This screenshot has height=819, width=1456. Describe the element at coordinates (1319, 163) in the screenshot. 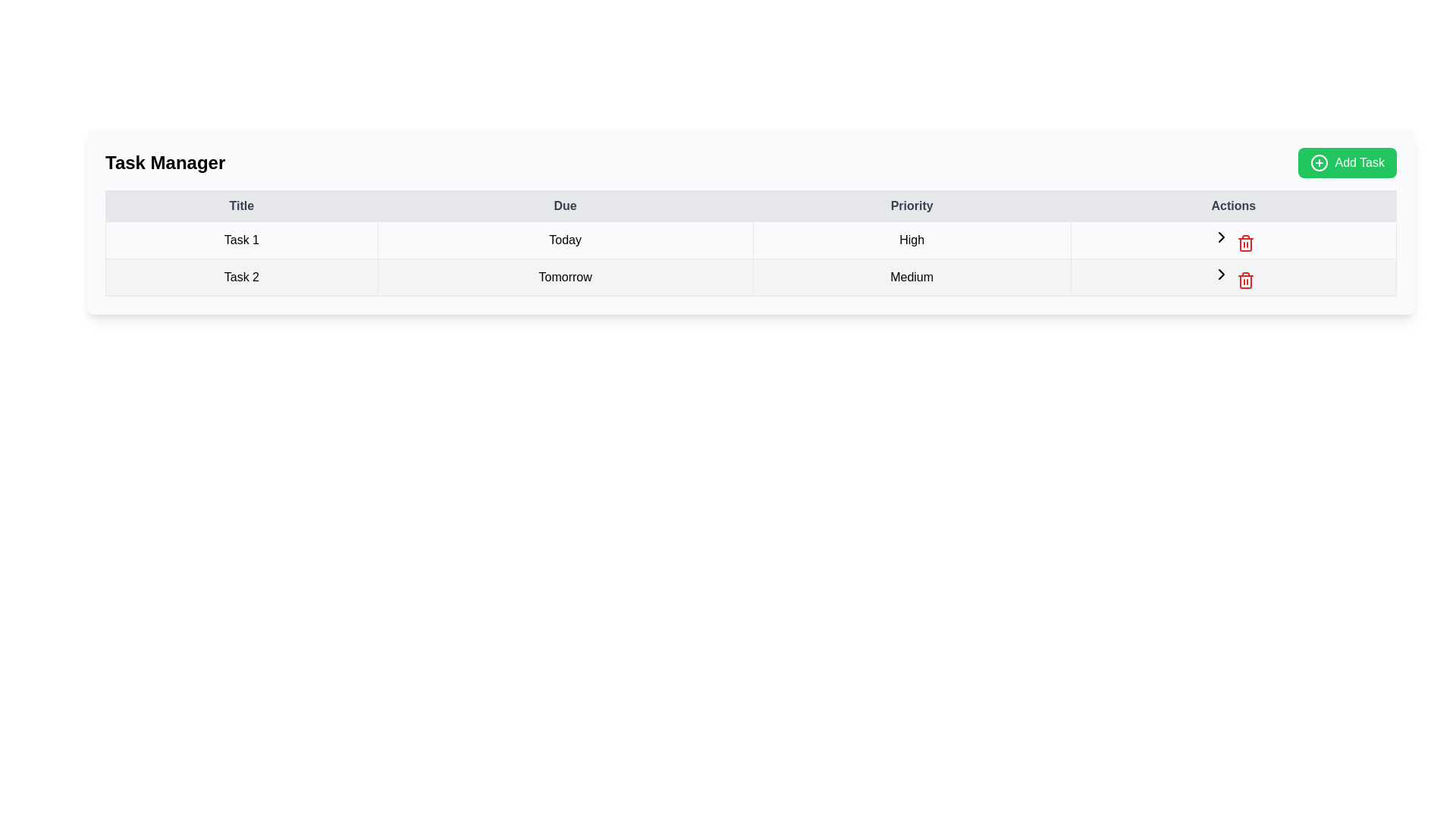

I see `the SVG circle component that is part of the circular-plus icon located at the top-right corner of the interface, next to the 'Add Task' button` at that location.